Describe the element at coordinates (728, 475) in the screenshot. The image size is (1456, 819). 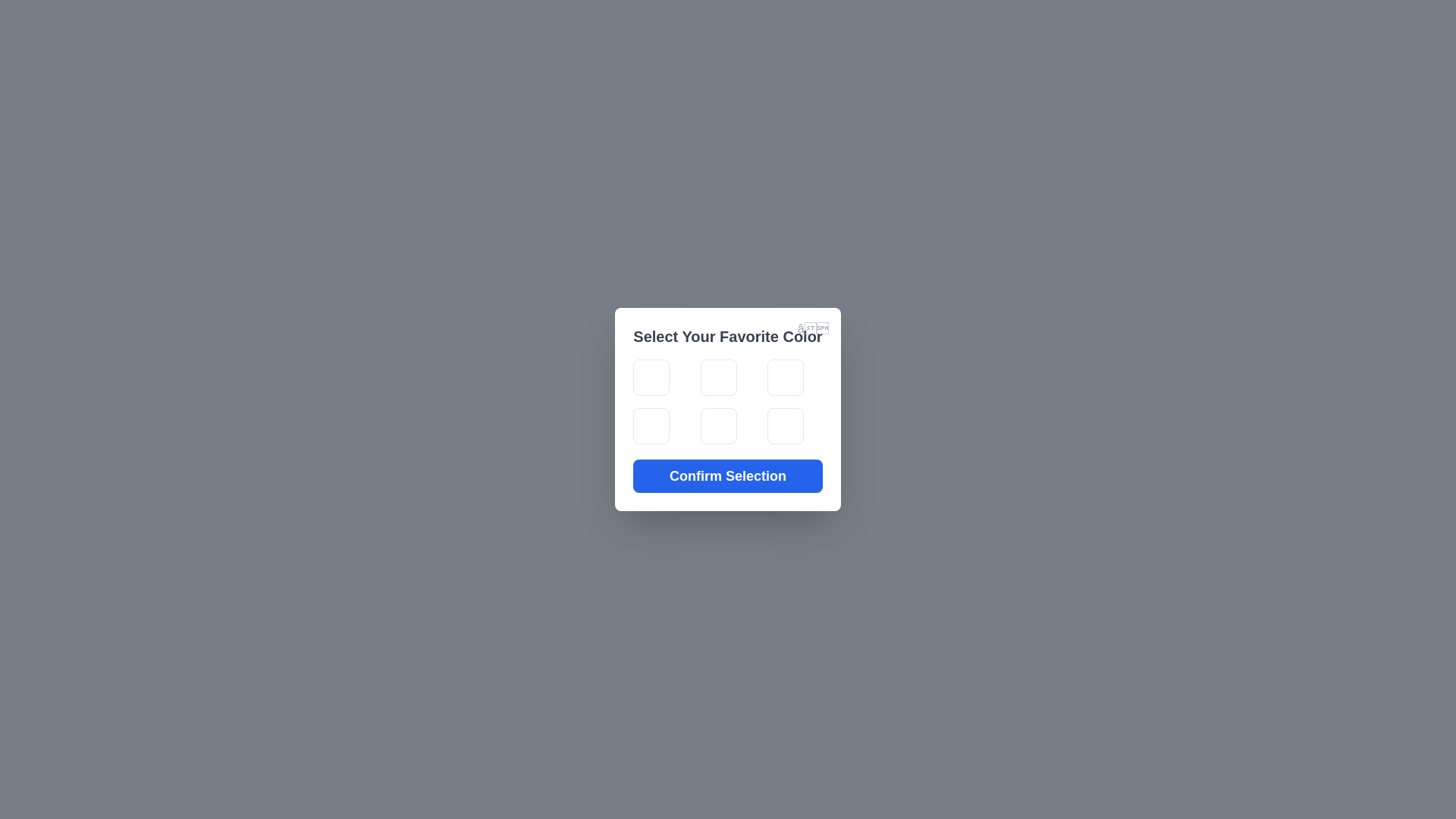
I see `the 'Confirm Selection' button to confirm the selected color` at that location.